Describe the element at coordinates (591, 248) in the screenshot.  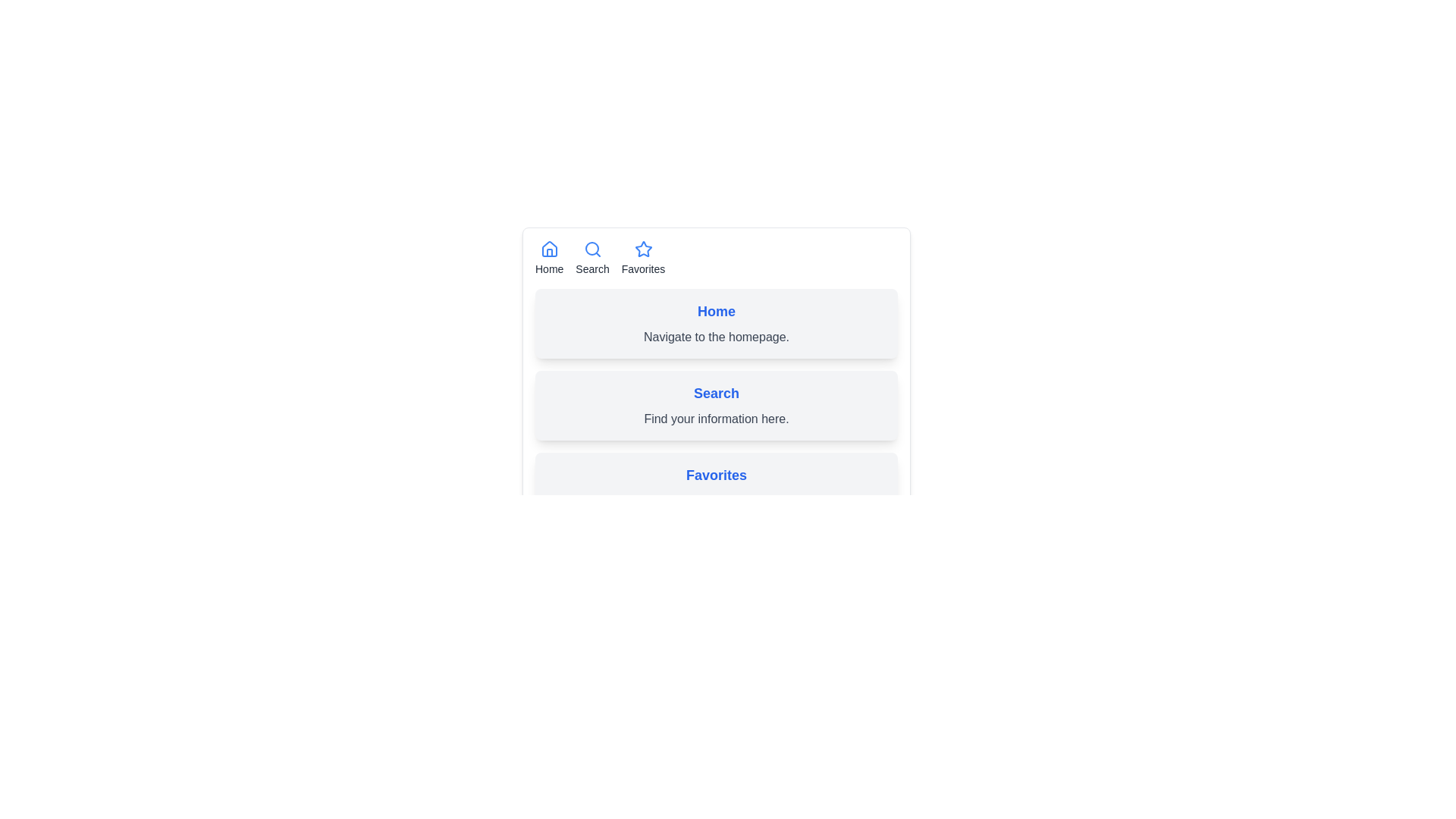
I see `the blue magnifying glass icon located in the second group of elements in the horizontal navigation bar` at that location.